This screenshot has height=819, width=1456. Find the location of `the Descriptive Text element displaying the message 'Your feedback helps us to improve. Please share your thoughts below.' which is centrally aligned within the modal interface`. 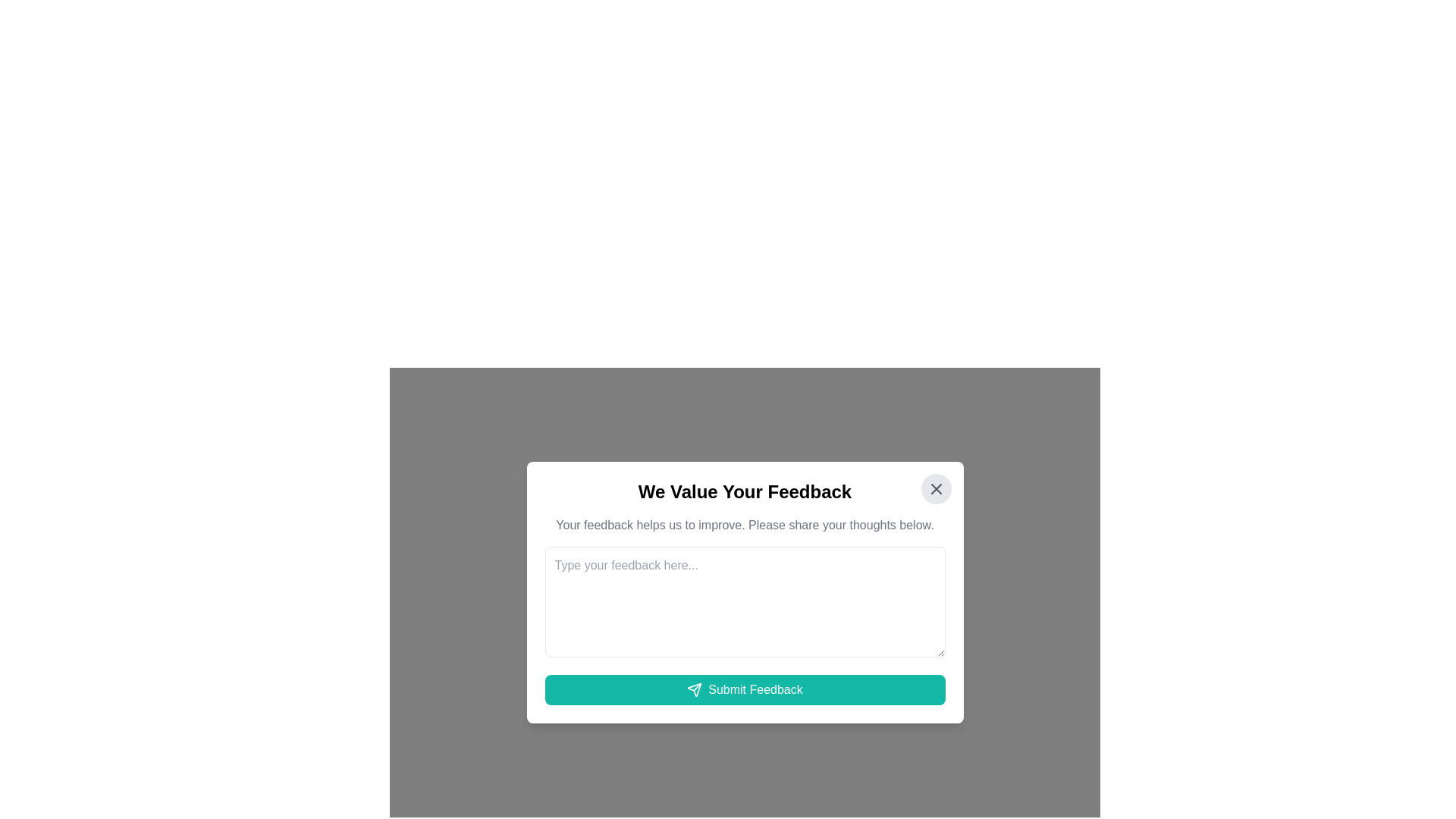

the Descriptive Text element displaying the message 'Your feedback helps us to improve. Please share your thoughts below.' which is centrally aligned within the modal interface is located at coordinates (745, 525).